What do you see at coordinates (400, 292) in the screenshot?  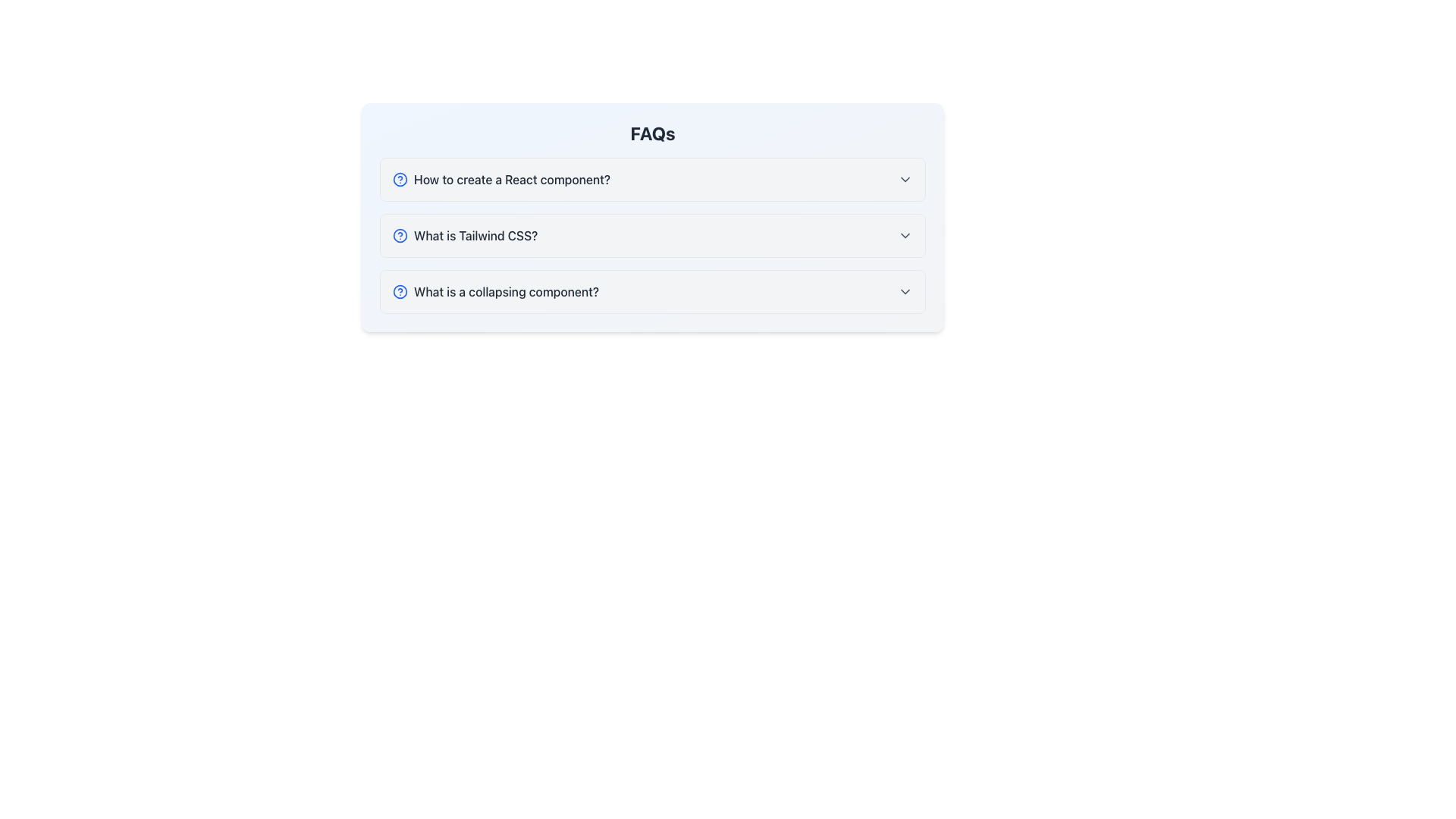 I see `the help icon indicating the question related to 'What is a collapsing component?' located at the start of the corresponding text entry in the FAQ list` at bounding box center [400, 292].